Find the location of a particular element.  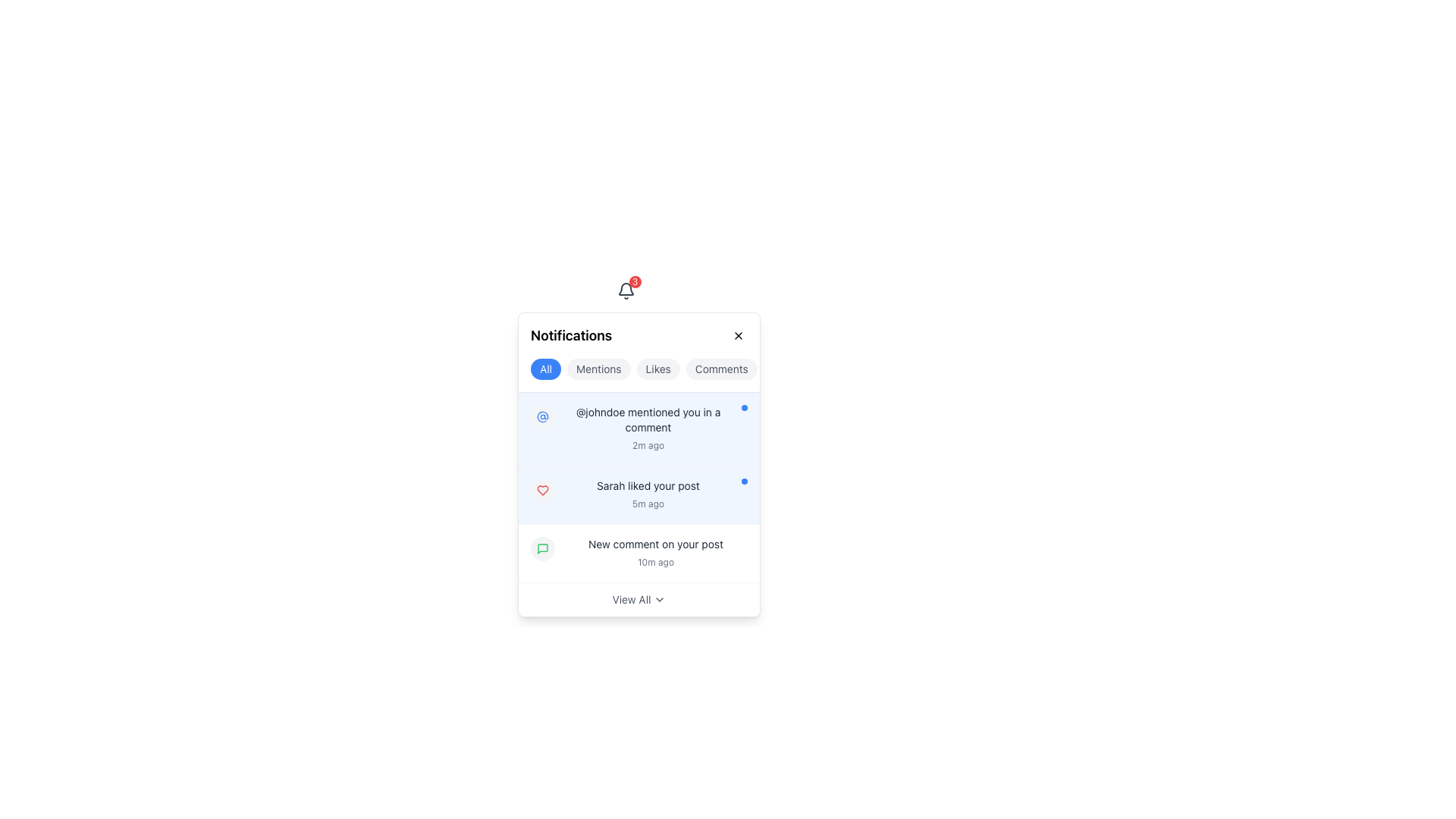

the 'All' button in the notifications panel, which is the first button in a group of four buttons ('All', 'Mentions', 'Likes', 'Comments') located below the title 'Notifications' is located at coordinates (546, 369).